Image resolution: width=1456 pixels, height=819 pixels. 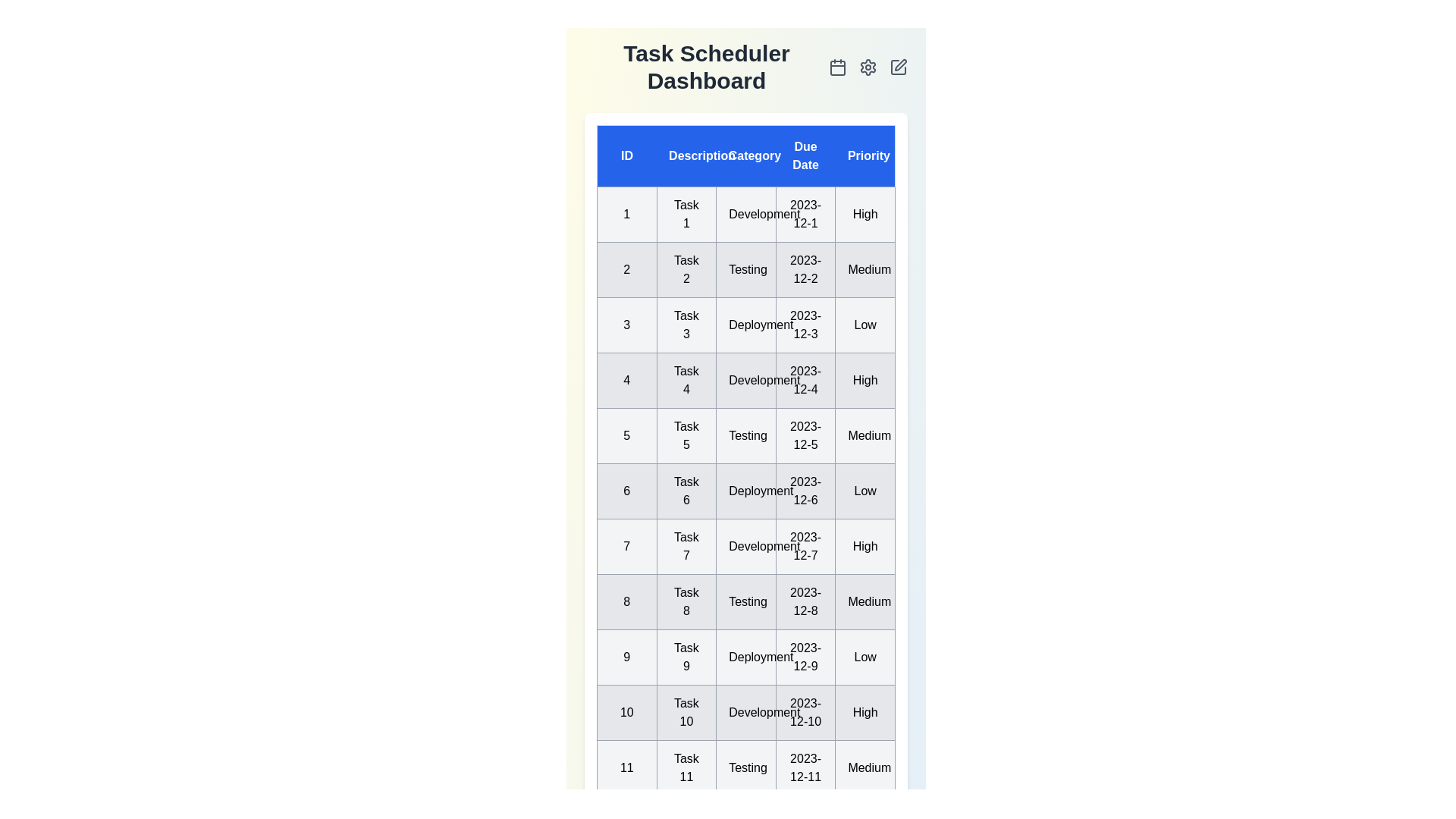 I want to click on the gear icon in the header to navigate to the settings page, so click(x=868, y=66).